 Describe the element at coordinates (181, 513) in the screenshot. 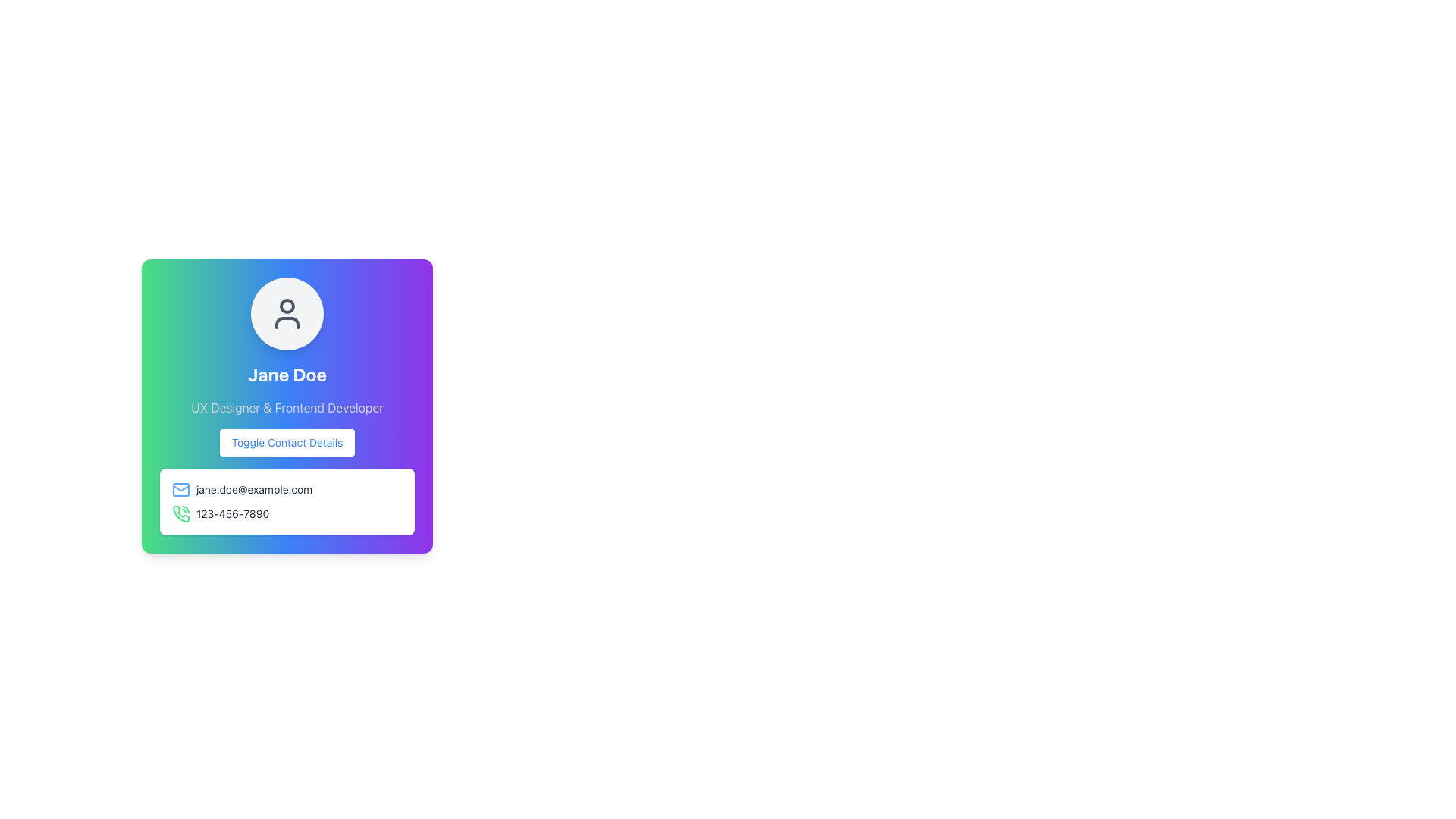

I see `the green phone call icon located to the left of the phone number display (123-456-7890) to initiate a phone call action` at that location.